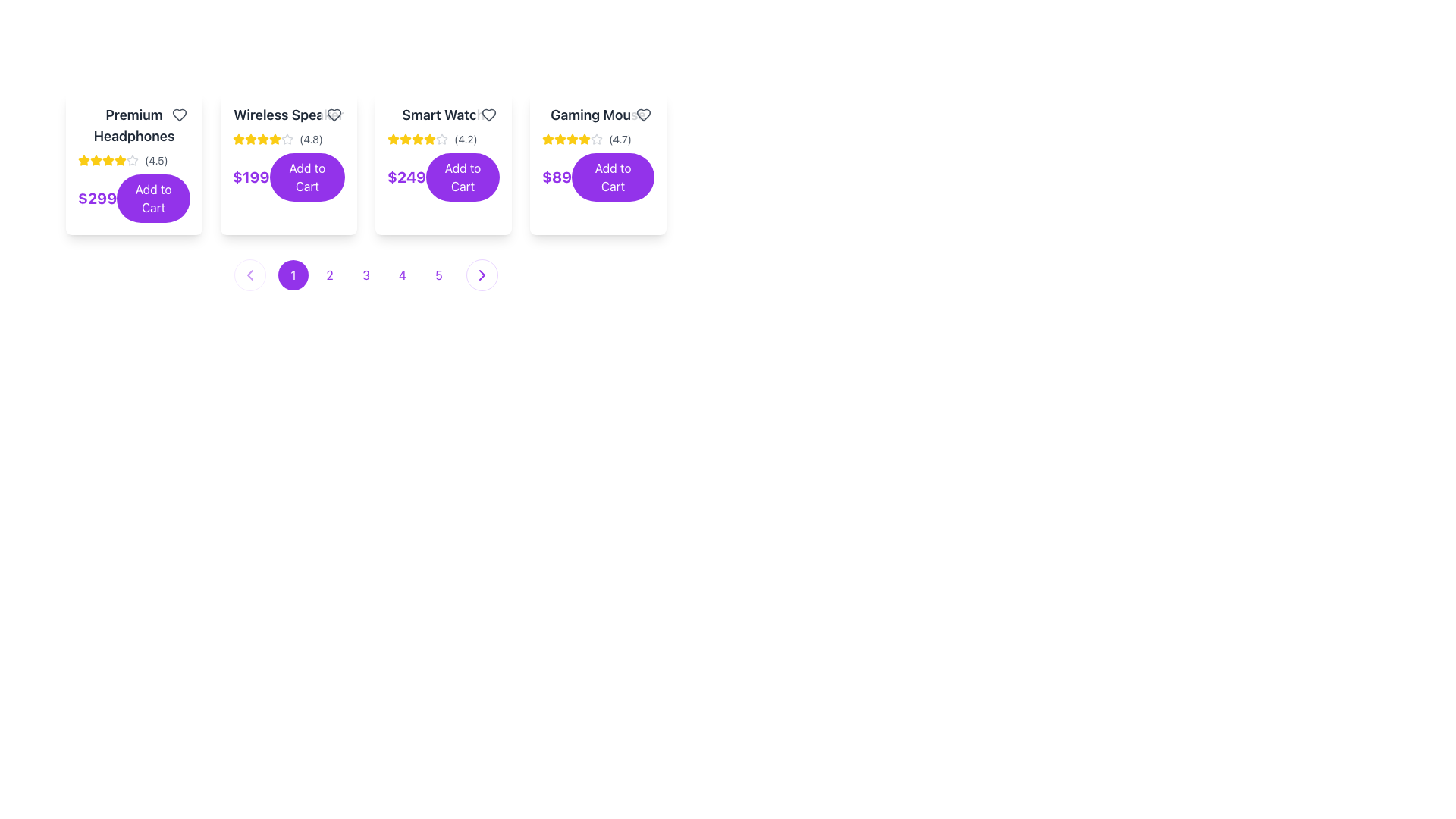  Describe the element at coordinates (481, 275) in the screenshot. I see `the rightward arrowhead icon in the navigation bar` at that location.